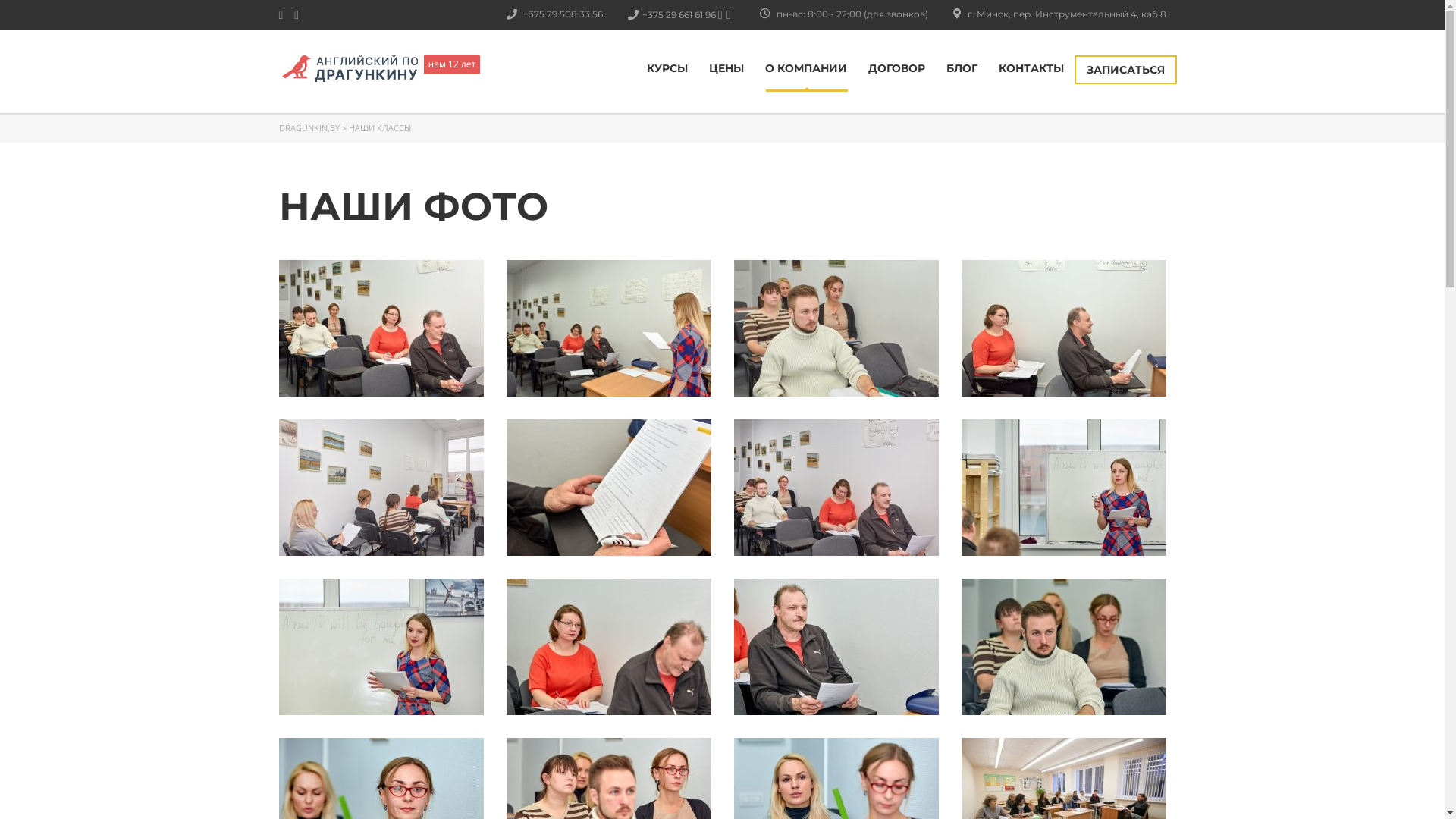 The height and width of the screenshot is (819, 1456). Describe the element at coordinates (647, 14) in the screenshot. I see `'+375 29 661 61 96'` at that location.